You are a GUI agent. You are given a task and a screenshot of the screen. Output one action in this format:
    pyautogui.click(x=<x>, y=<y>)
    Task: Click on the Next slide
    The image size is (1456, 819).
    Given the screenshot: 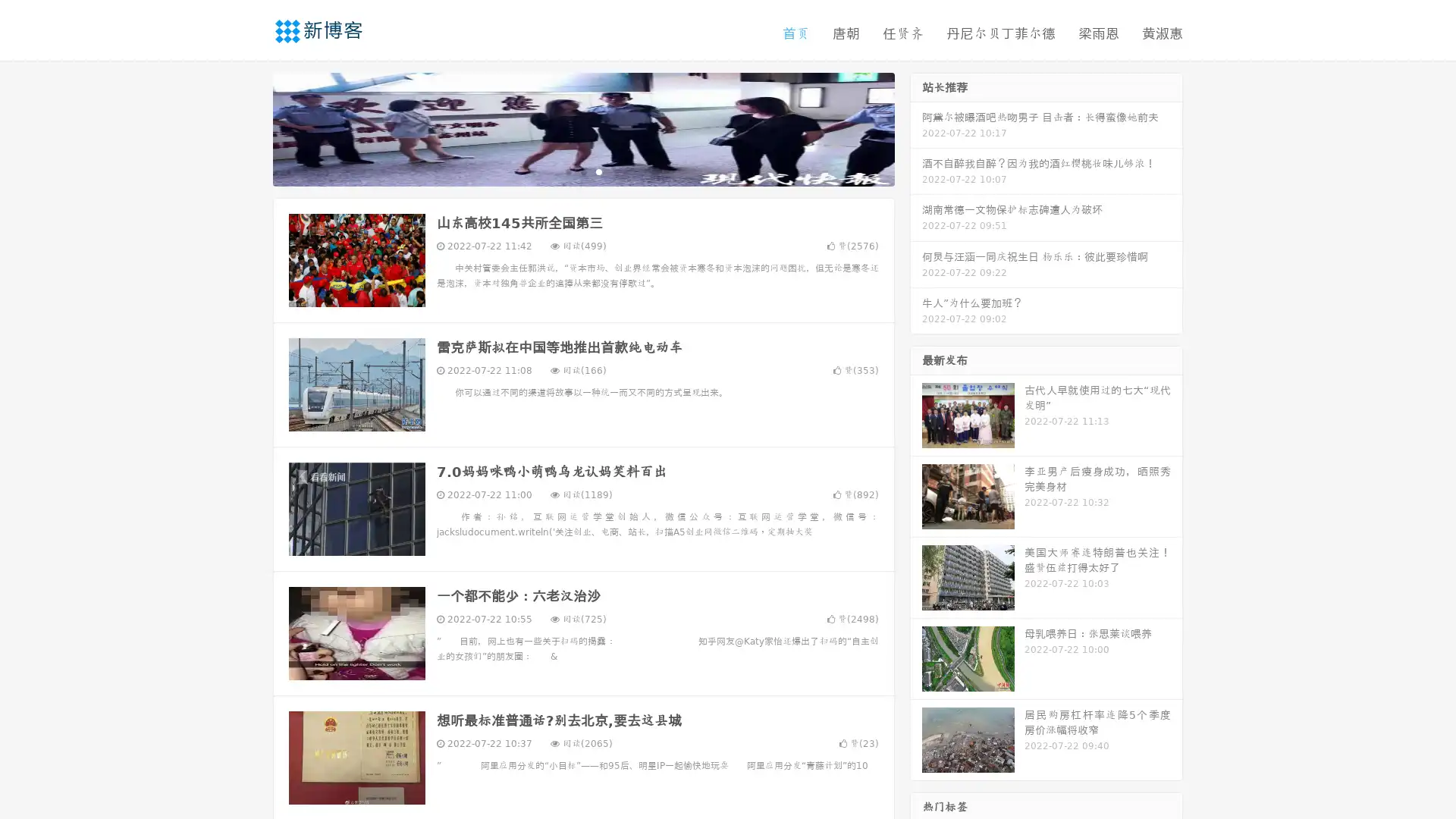 What is the action you would take?
    pyautogui.click(x=916, y=127)
    